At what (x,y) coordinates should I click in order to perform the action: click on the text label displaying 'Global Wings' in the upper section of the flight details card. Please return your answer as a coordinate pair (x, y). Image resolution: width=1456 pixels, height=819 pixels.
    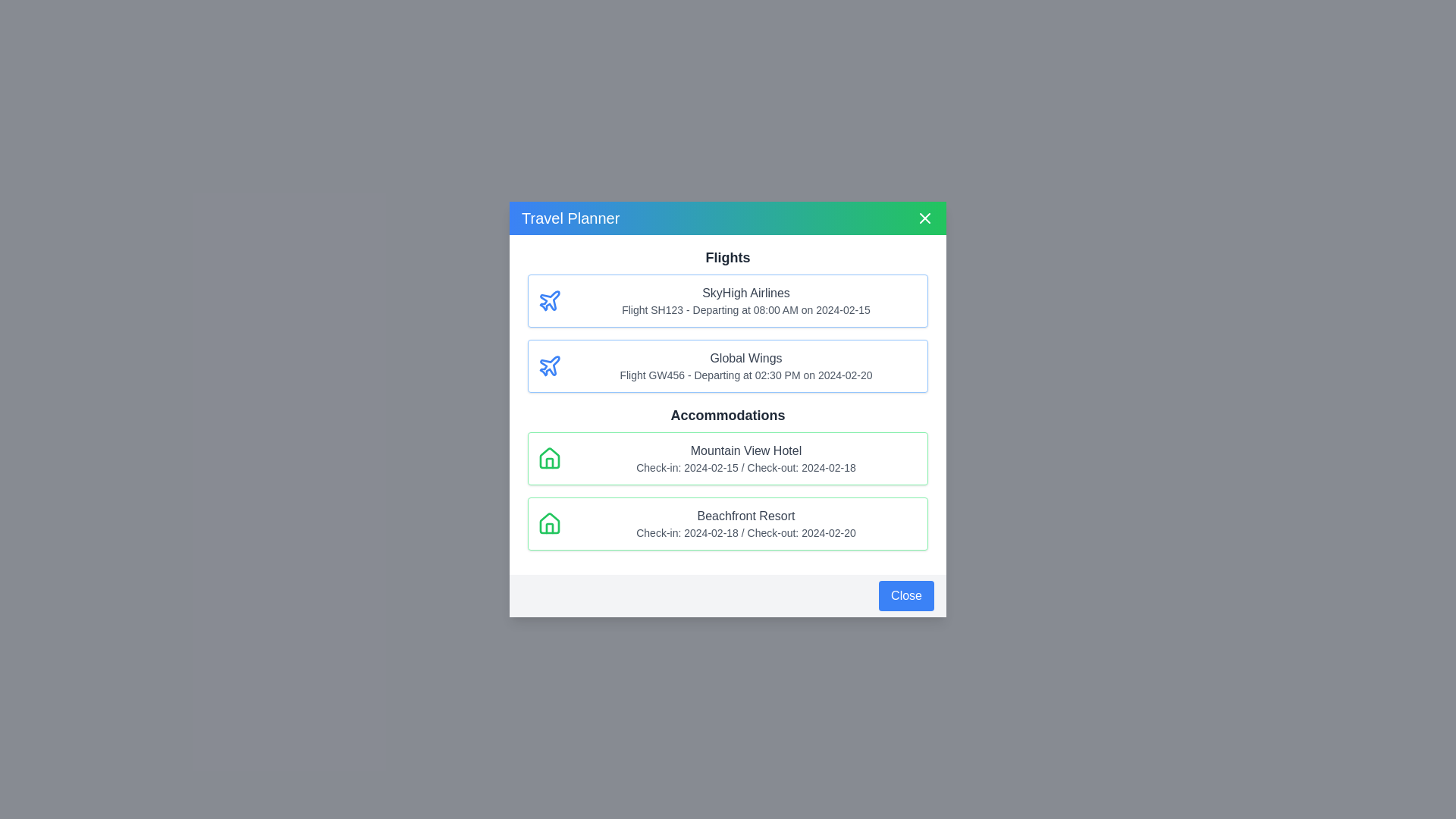
    Looking at the image, I should click on (745, 359).